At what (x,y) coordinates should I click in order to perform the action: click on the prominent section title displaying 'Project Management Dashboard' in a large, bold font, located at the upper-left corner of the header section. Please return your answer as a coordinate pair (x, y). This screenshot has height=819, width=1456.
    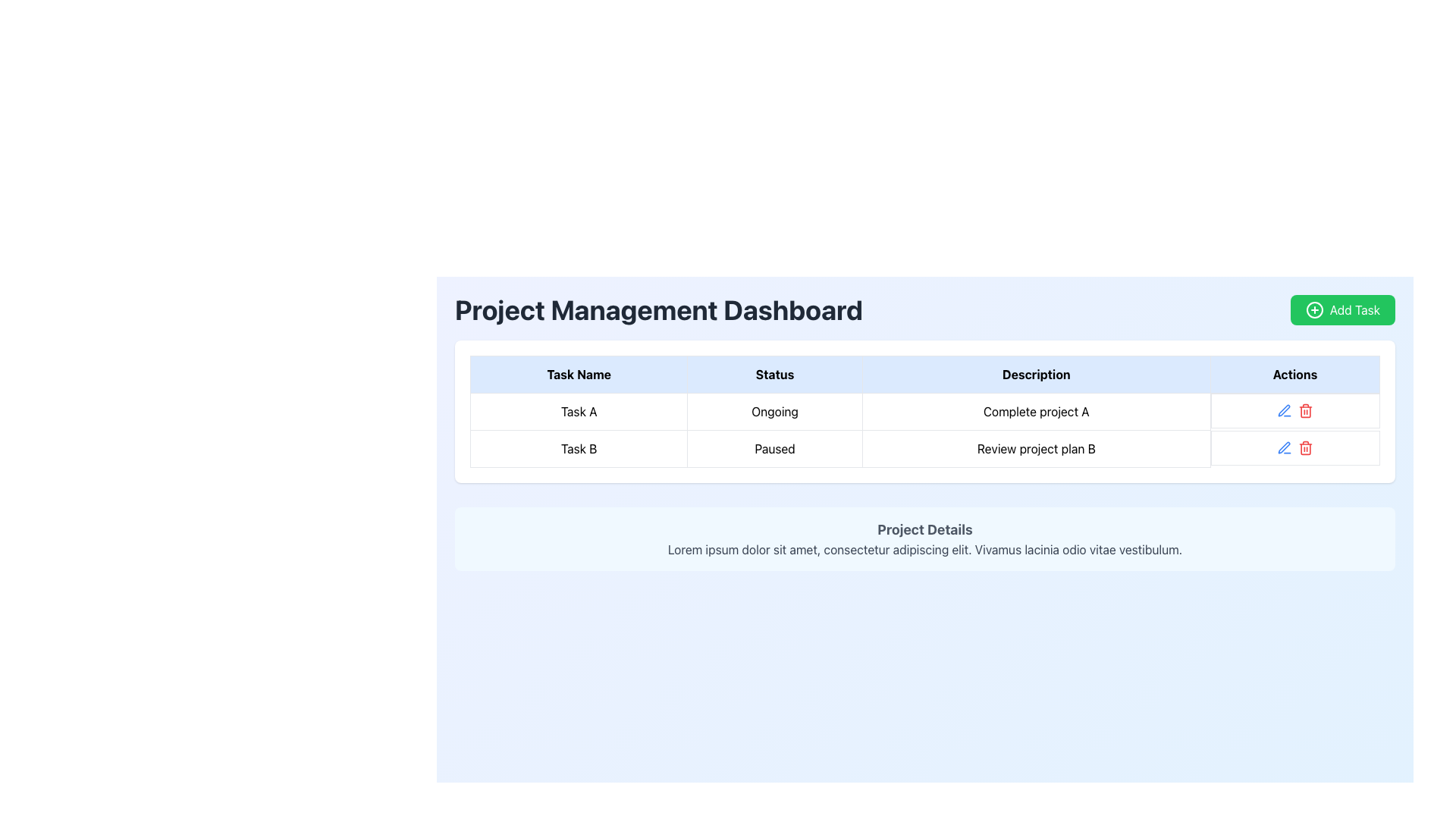
    Looking at the image, I should click on (658, 309).